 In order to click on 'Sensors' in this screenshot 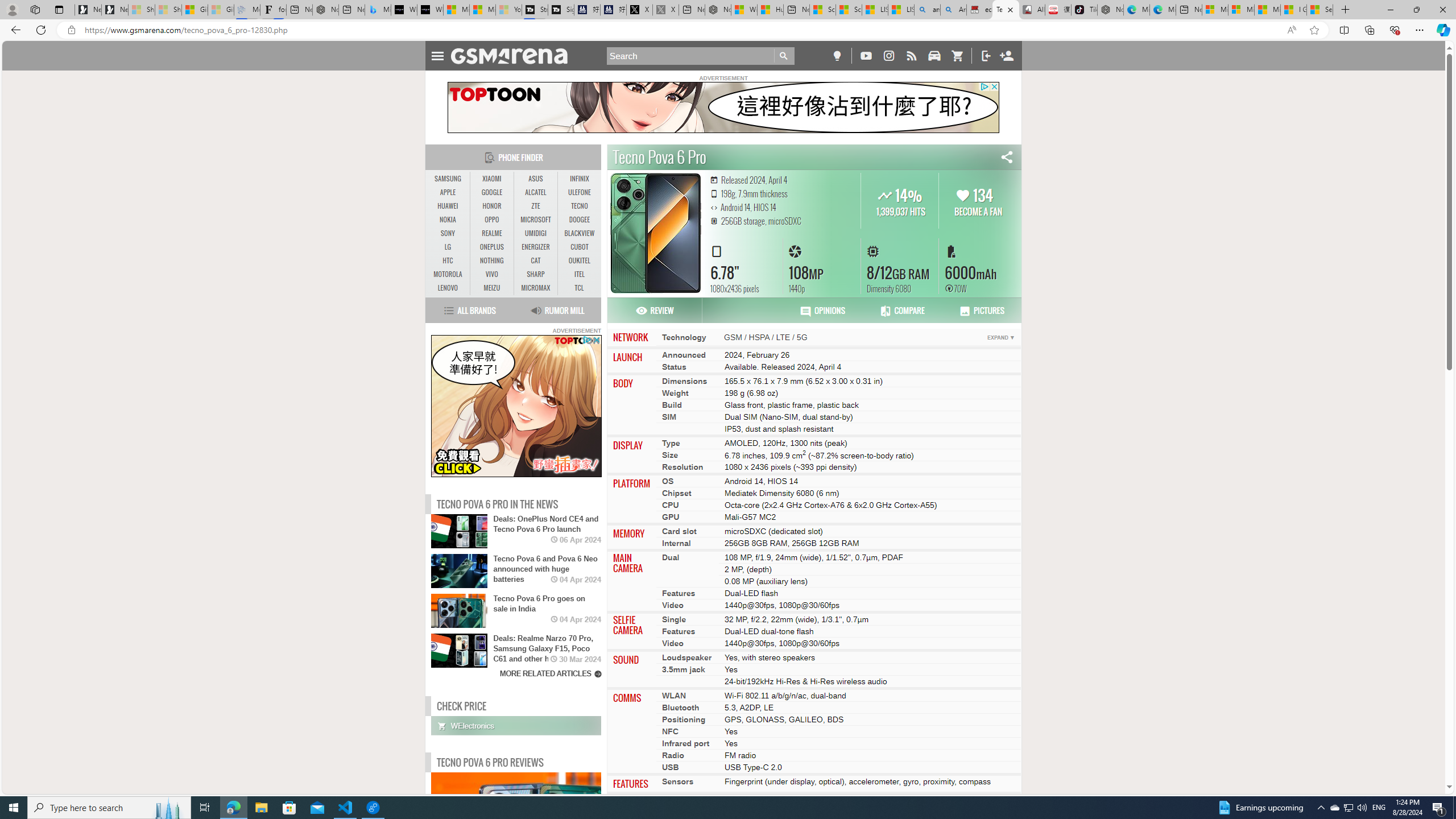, I will do `click(677, 781)`.